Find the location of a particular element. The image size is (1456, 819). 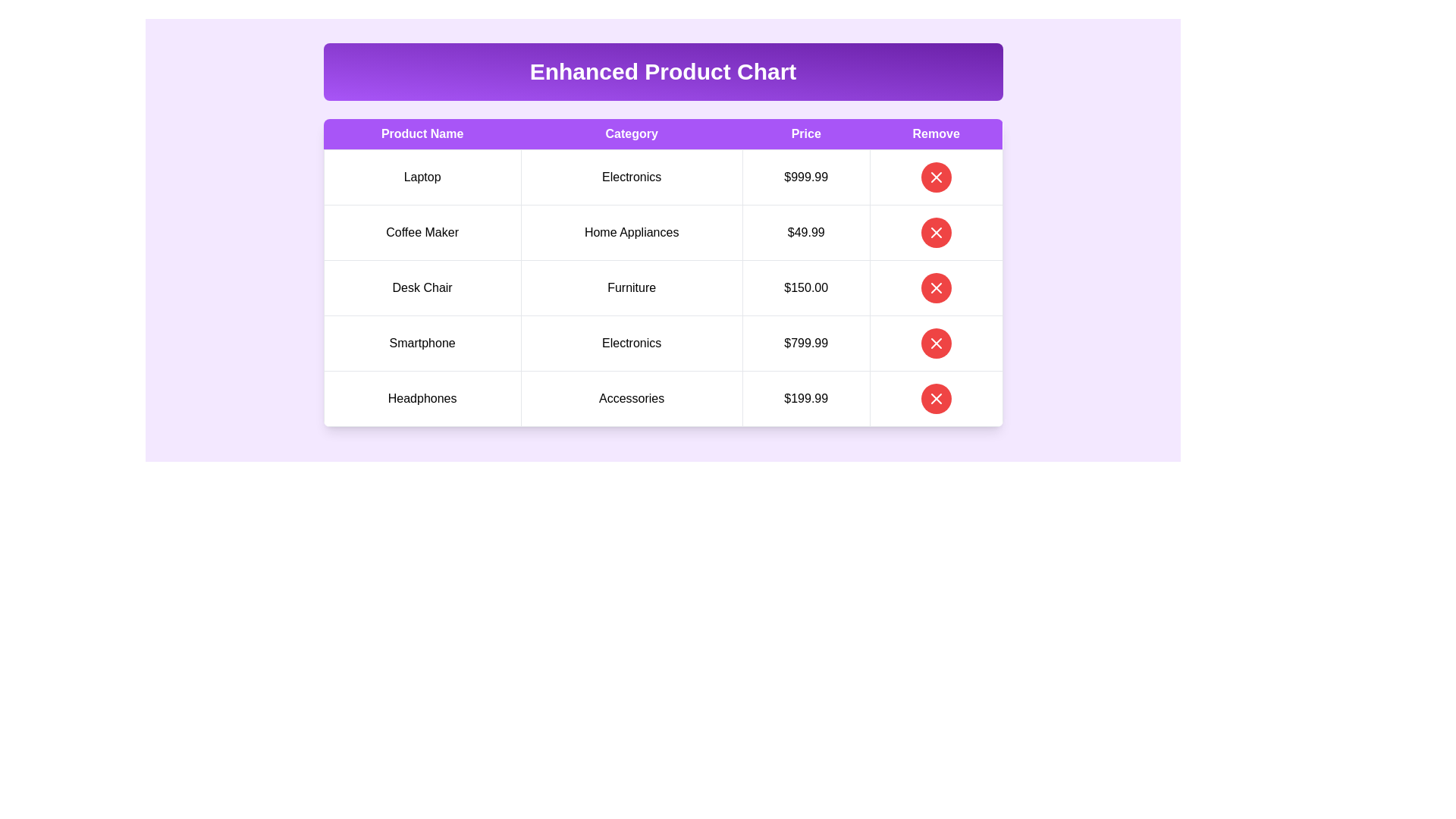

the price text element displaying '$799.99' located in the fourth row of the table under the 'Price' column is located at coordinates (805, 343).